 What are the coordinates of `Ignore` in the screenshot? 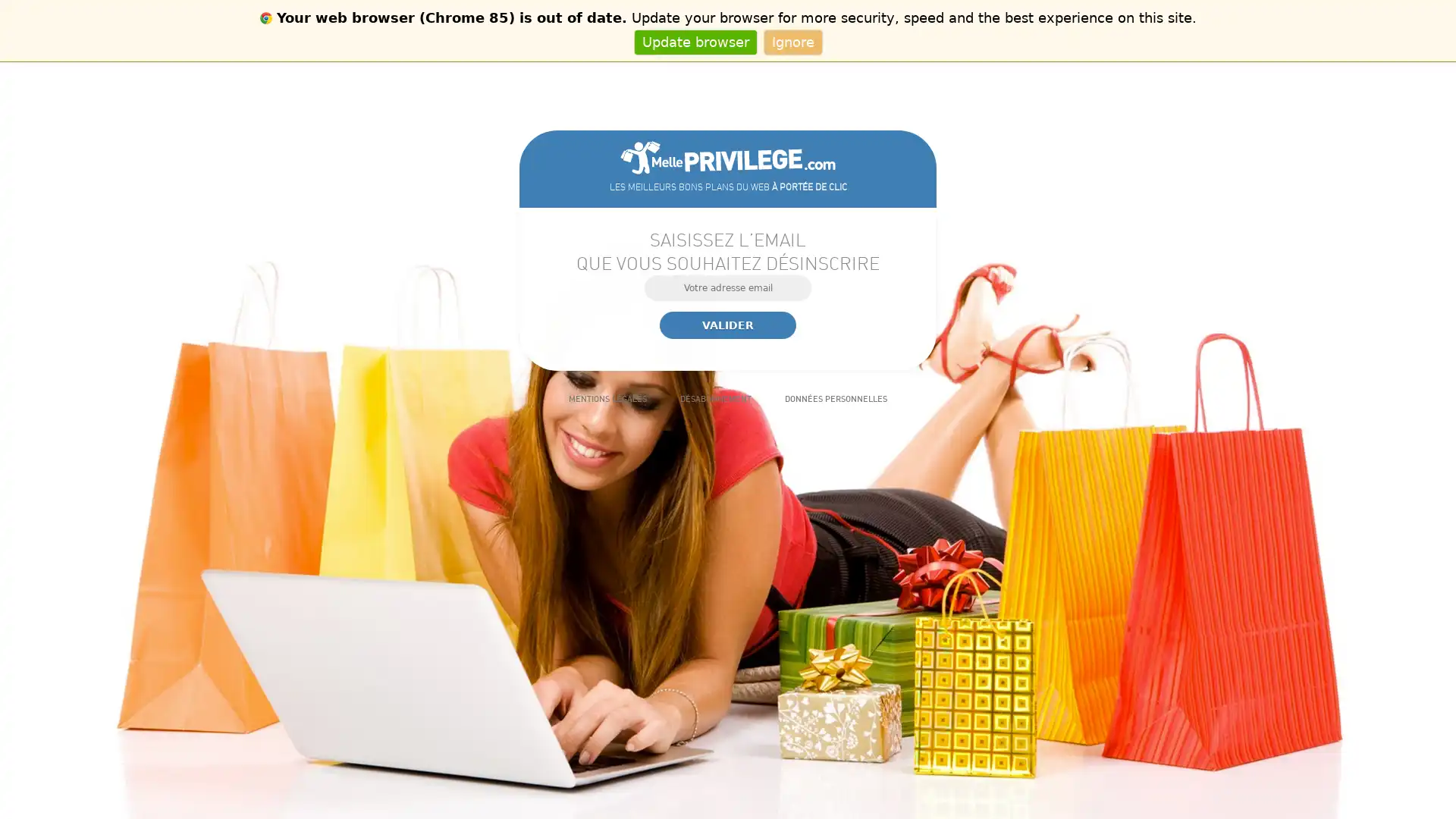 It's located at (792, 41).